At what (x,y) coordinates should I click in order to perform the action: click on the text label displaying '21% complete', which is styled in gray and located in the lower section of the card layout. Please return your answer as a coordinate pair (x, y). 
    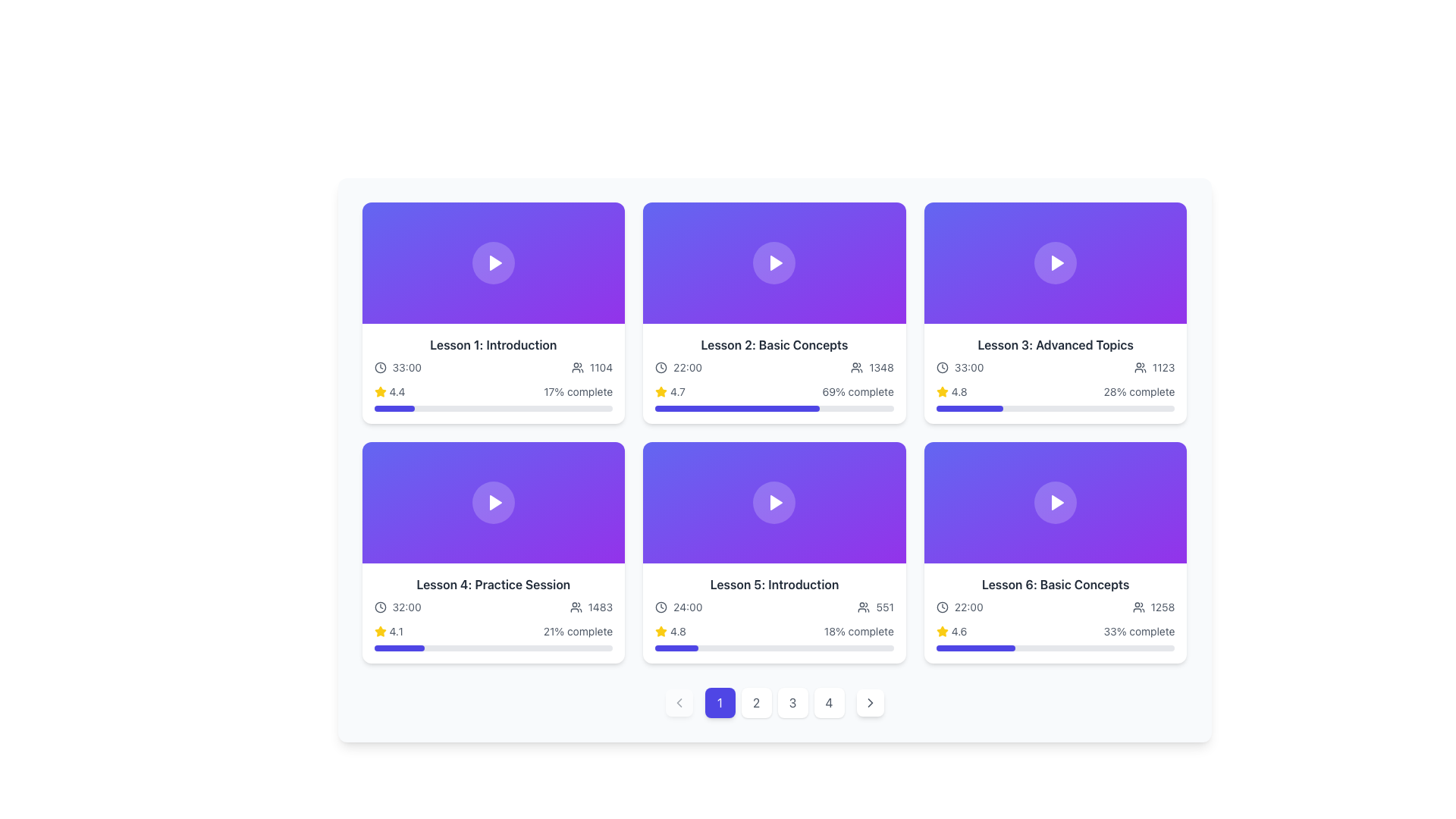
    Looking at the image, I should click on (577, 632).